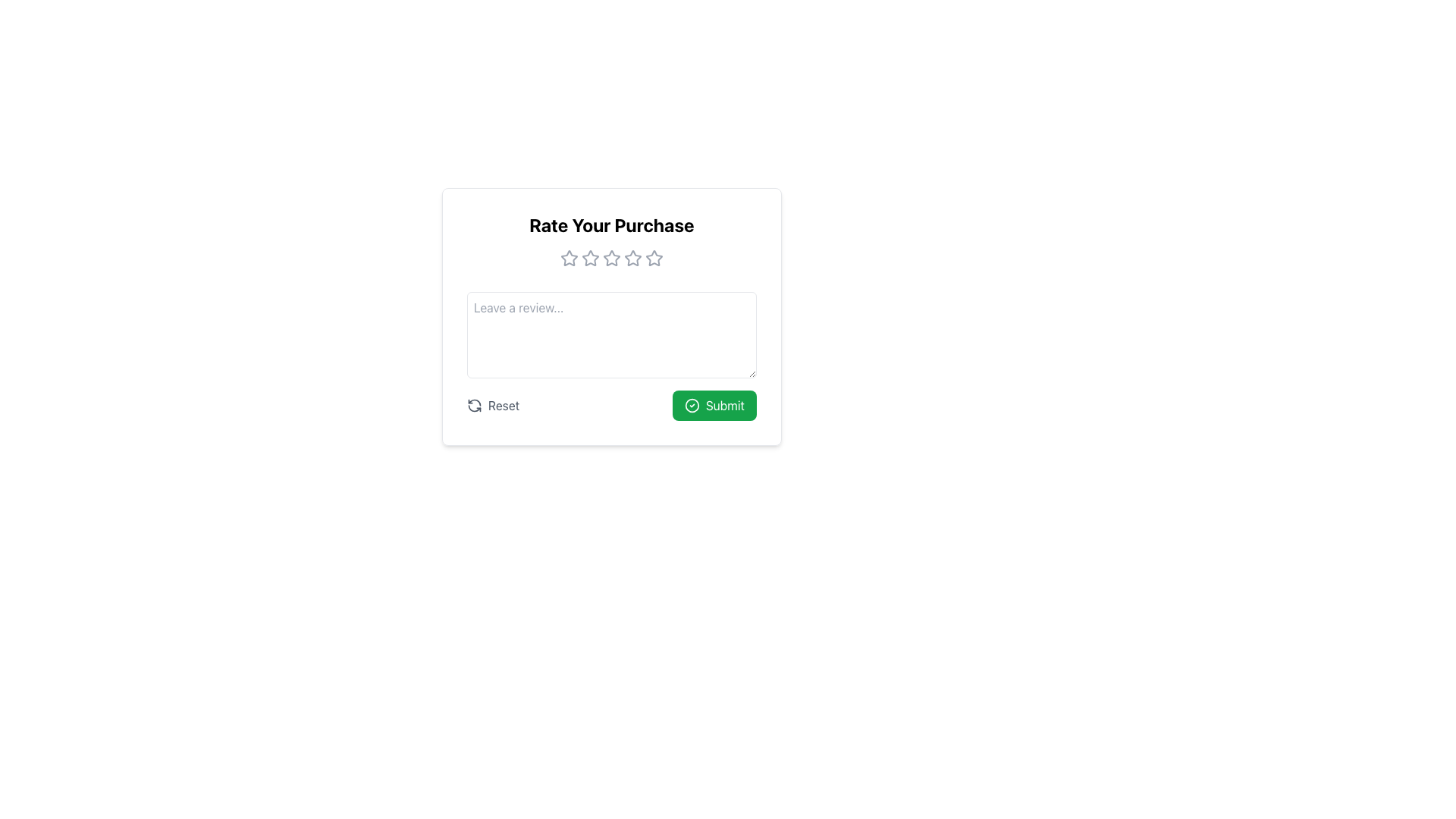  I want to click on the fifth star in the 'Rate Your Purchase' section, so click(654, 257).